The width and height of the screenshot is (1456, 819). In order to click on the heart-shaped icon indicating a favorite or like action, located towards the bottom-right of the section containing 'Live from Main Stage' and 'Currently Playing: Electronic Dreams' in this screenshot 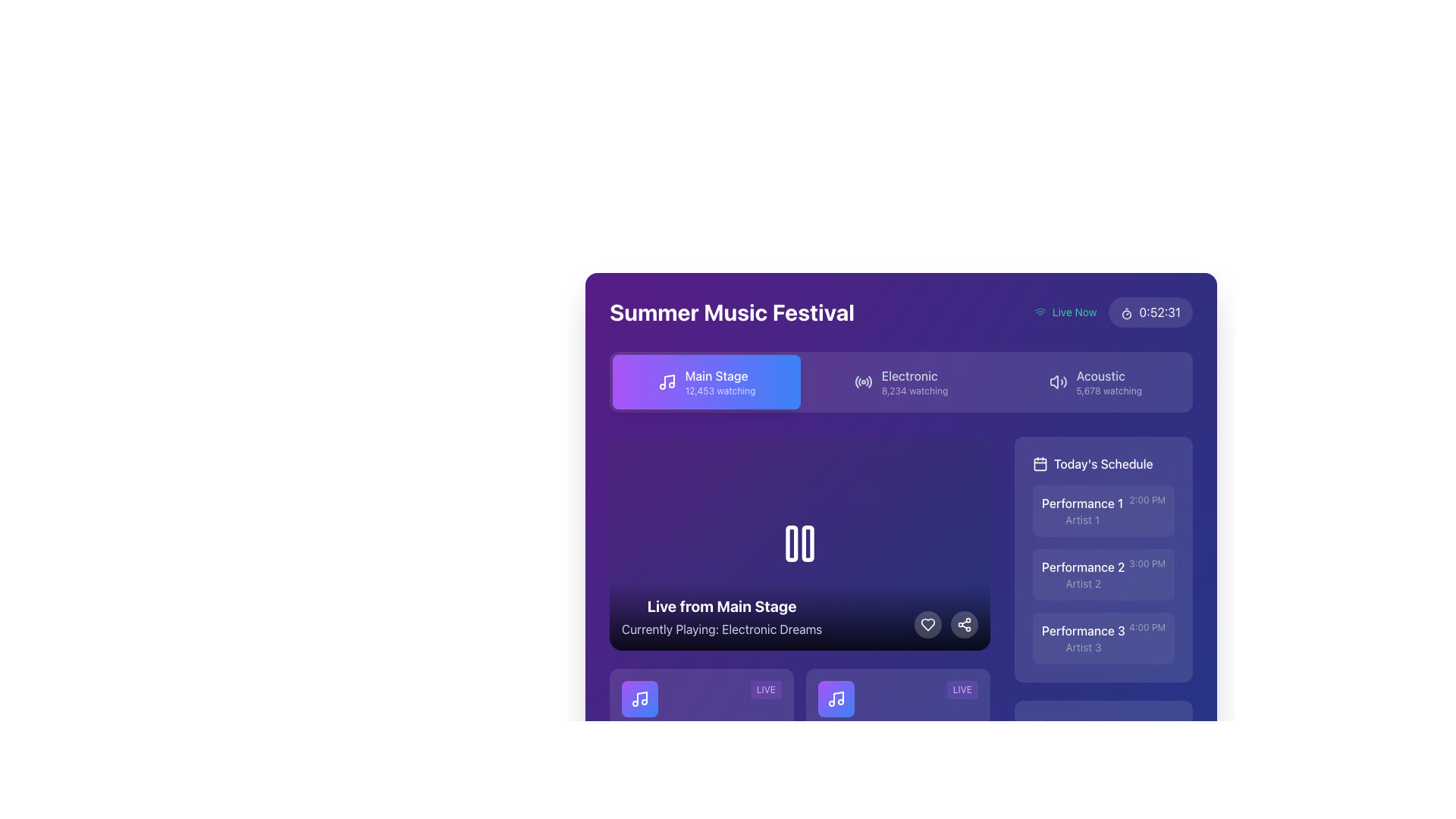, I will do `click(927, 625)`.